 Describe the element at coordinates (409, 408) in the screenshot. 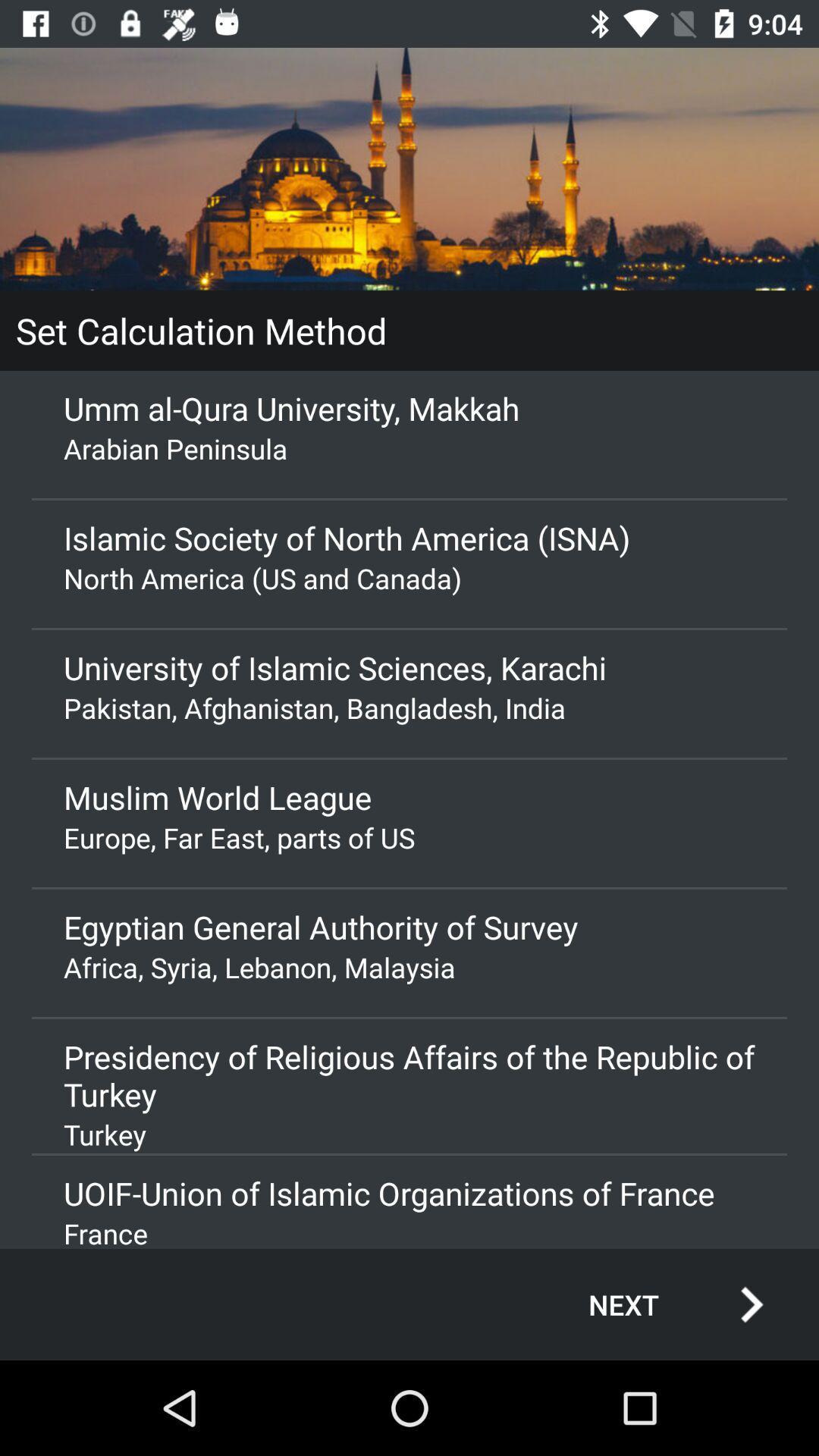

I see `item below the set calculation method icon` at that location.